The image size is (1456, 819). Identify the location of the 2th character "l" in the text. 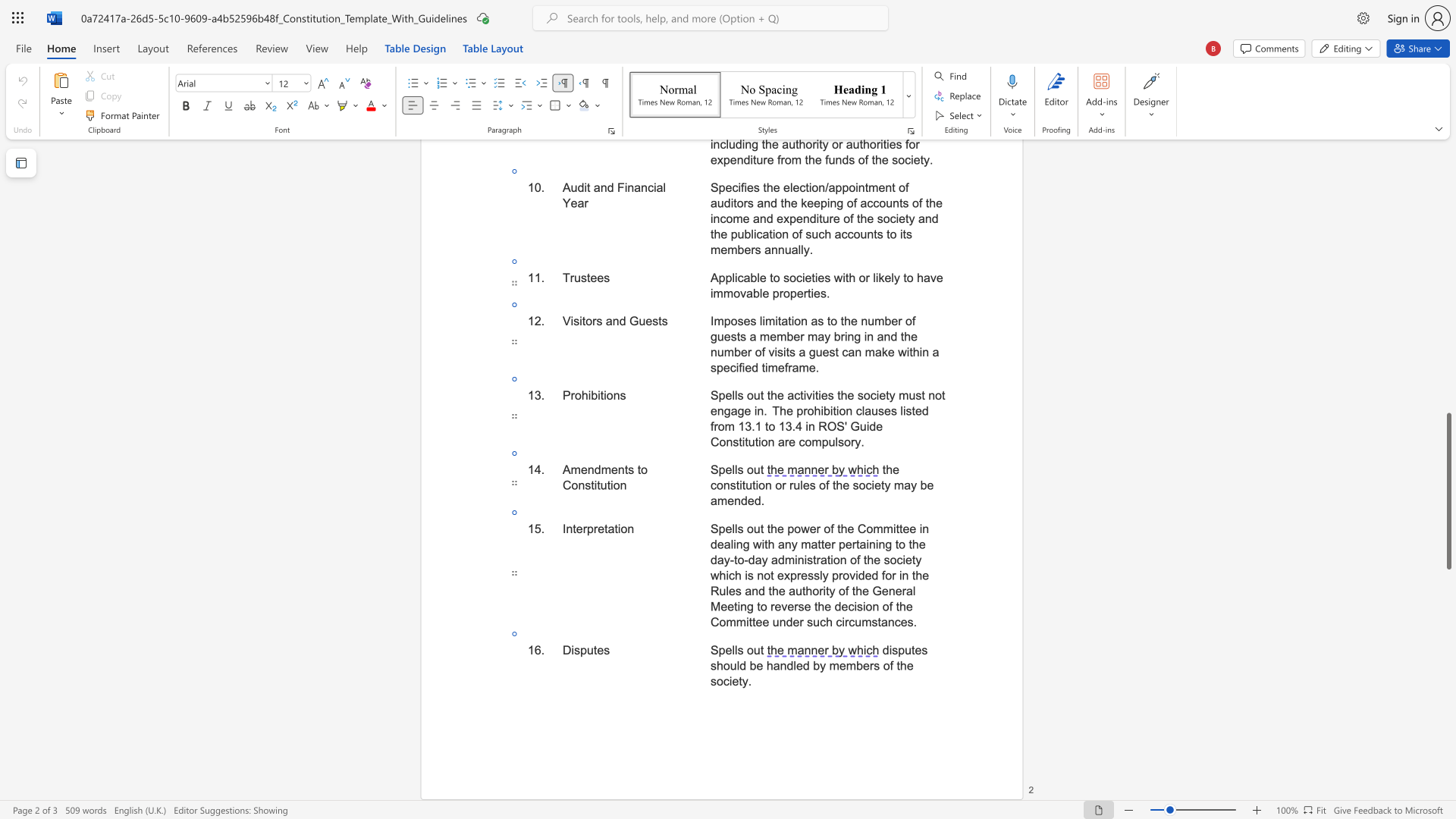
(736, 649).